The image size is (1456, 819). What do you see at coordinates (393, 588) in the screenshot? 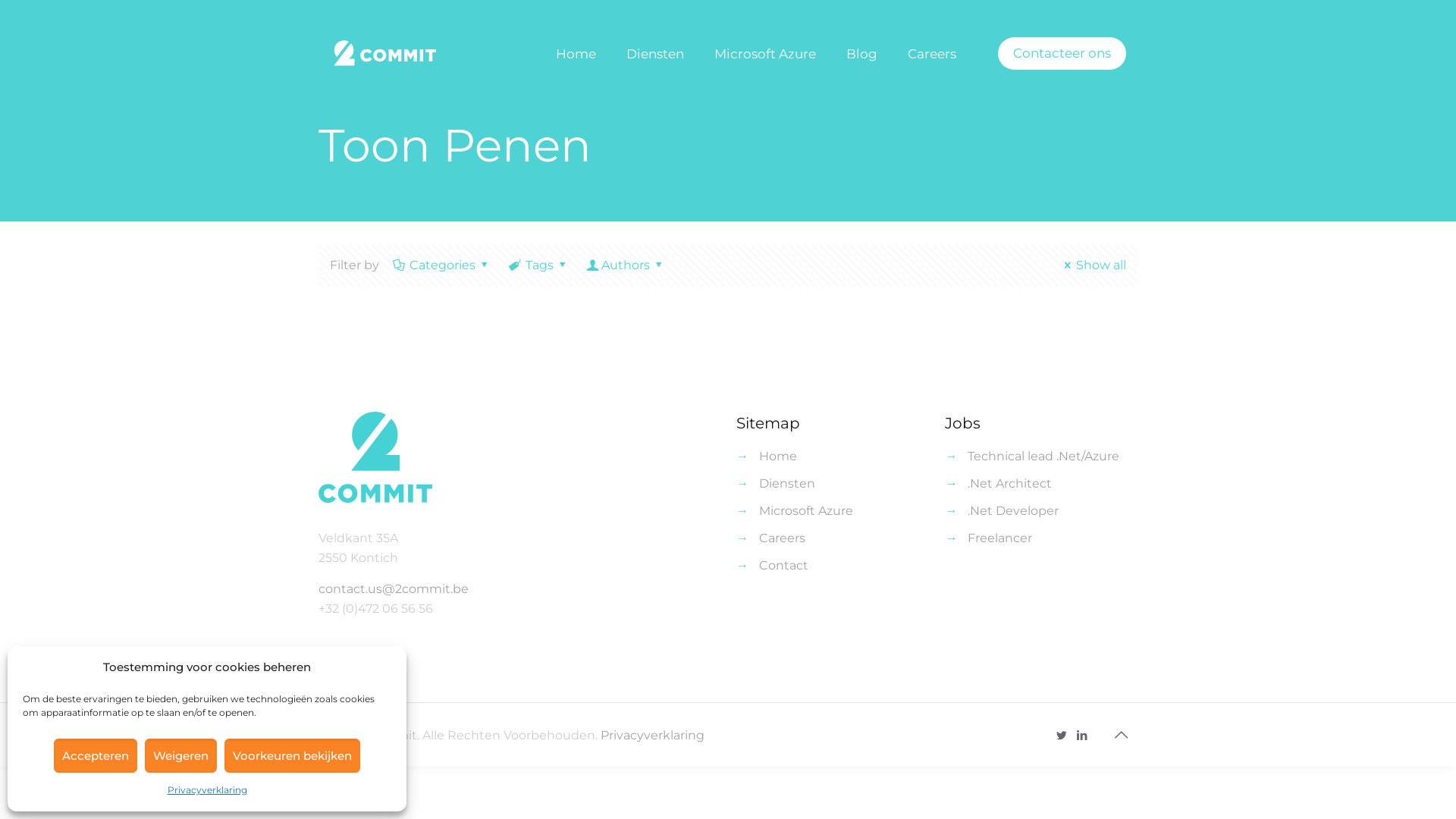
I see `'contact.us@2commit.be'` at bounding box center [393, 588].